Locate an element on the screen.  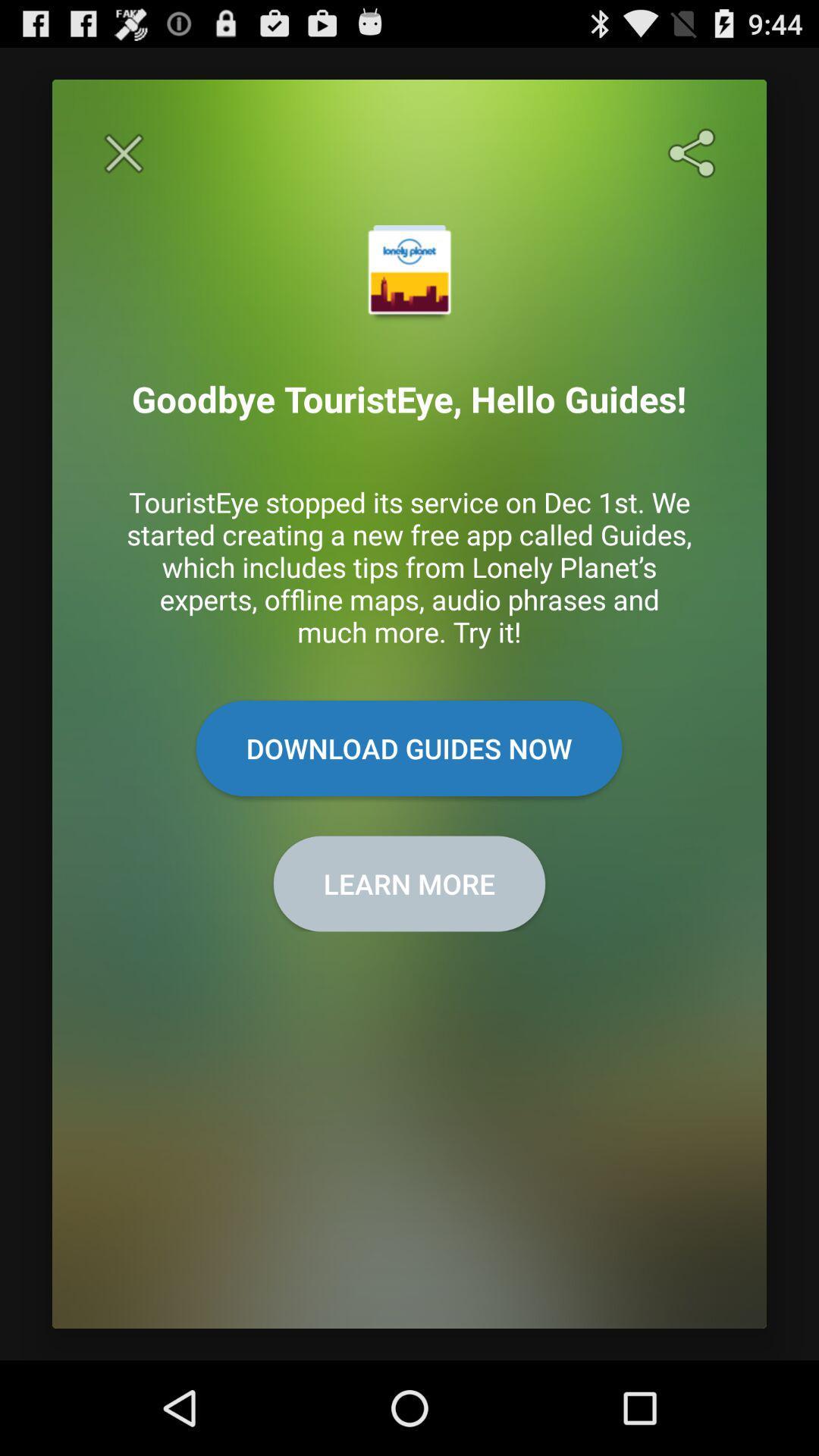
the item below the touristeye stopped its is located at coordinates (408, 748).